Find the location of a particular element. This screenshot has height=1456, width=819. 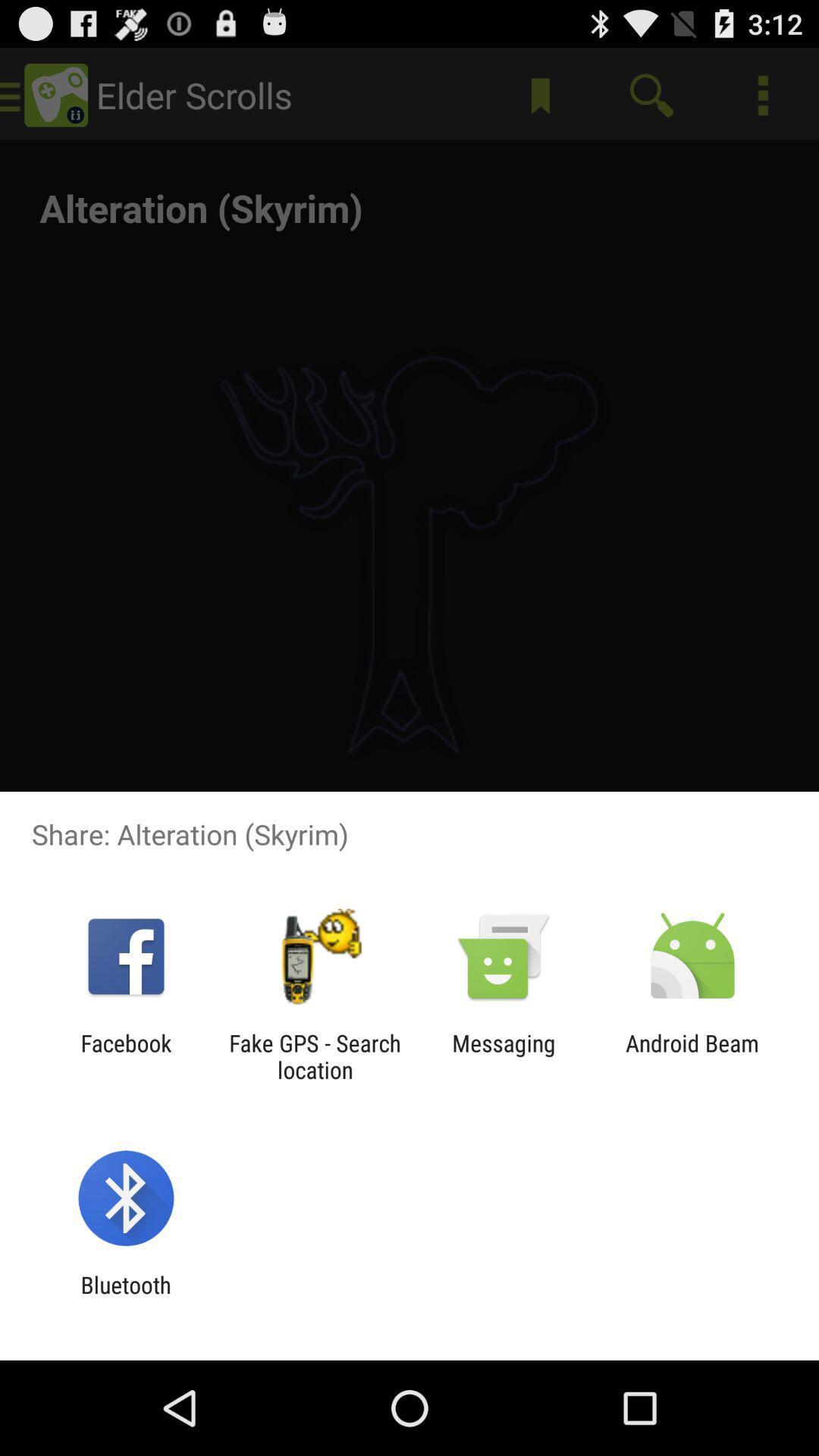

the facebook is located at coordinates (125, 1056).